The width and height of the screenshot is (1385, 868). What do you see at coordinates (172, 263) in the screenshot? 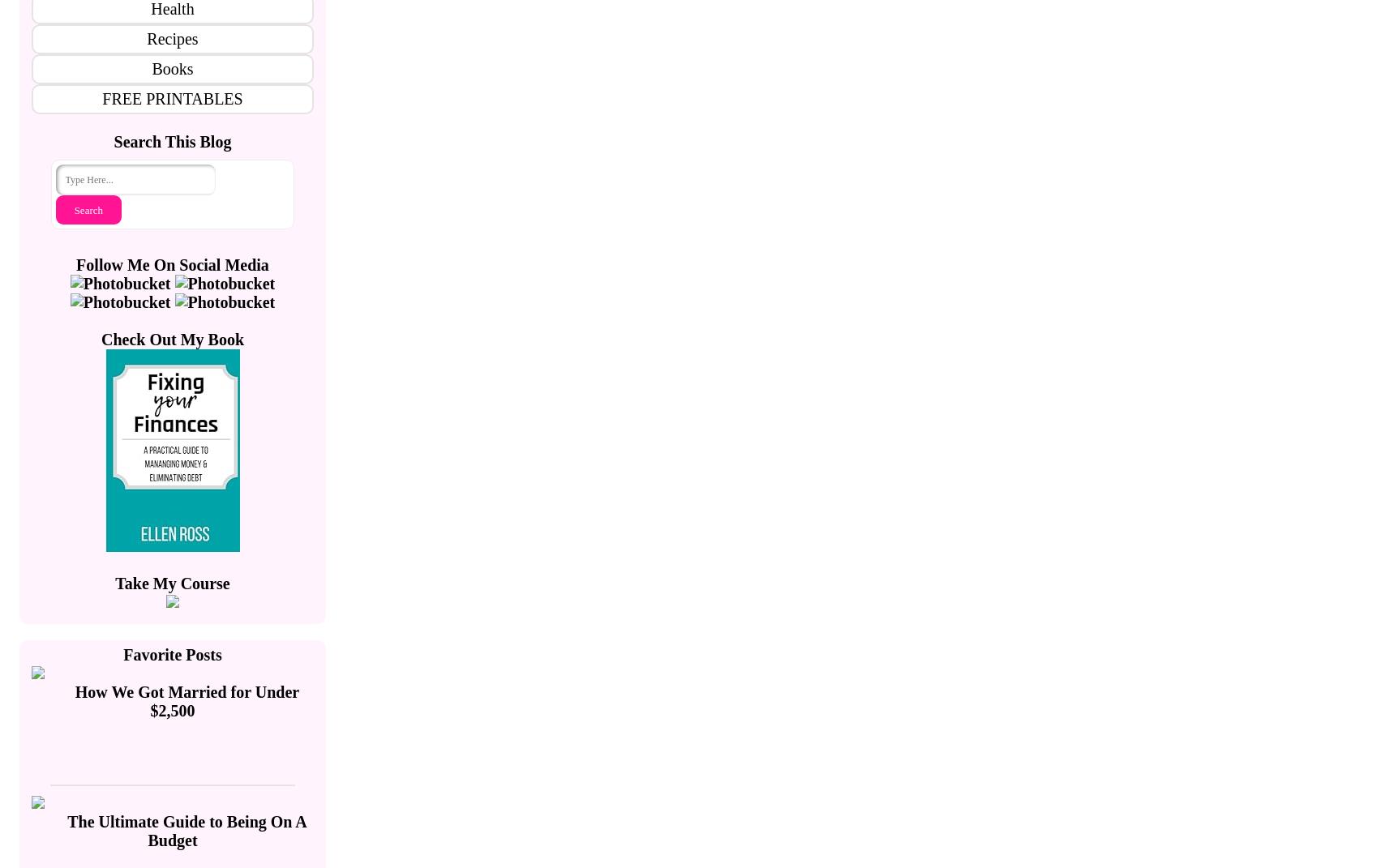
I see `'Follow Me On Social Media'` at bounding box center [172, 263].